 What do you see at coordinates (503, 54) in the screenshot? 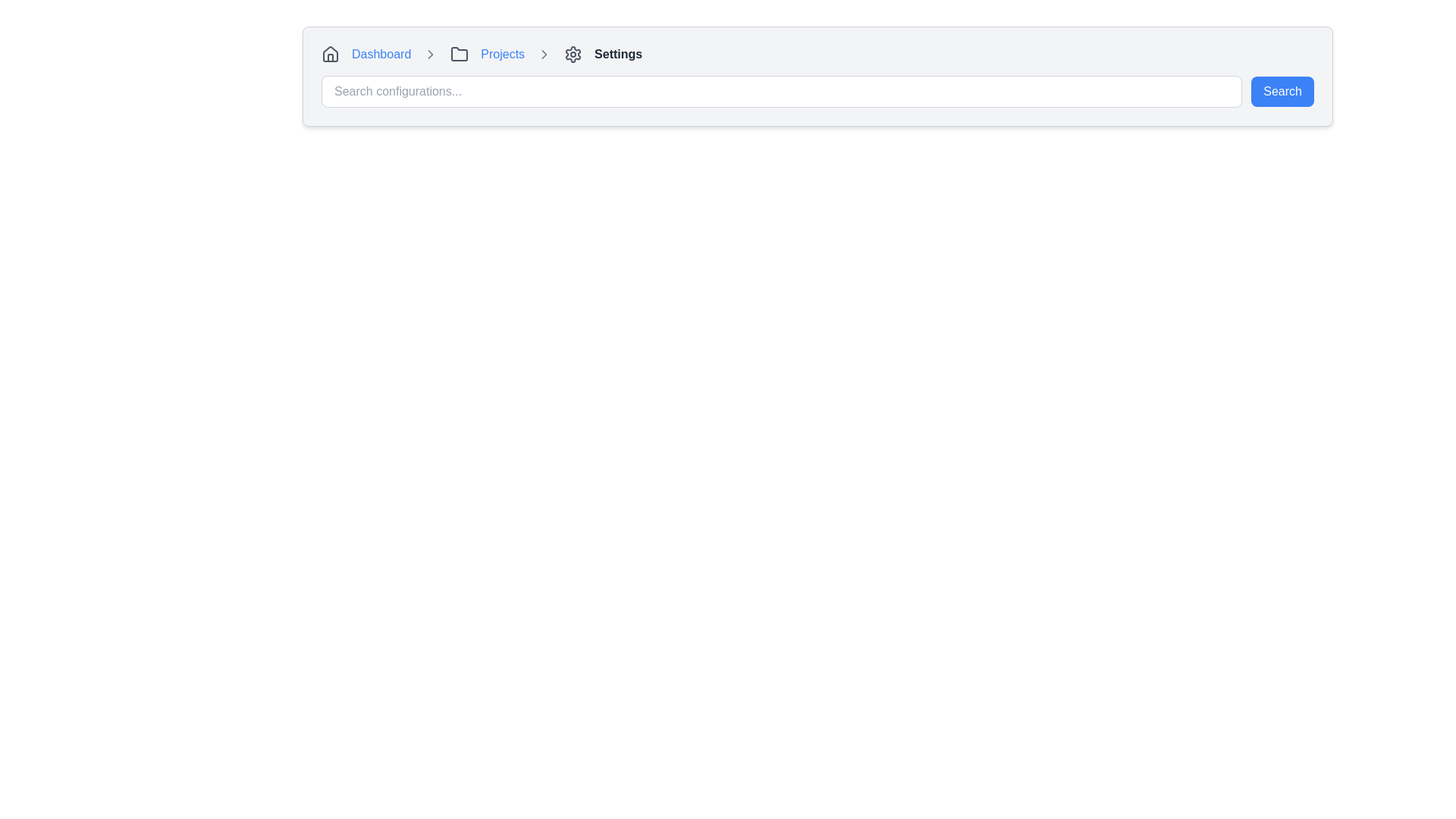
I see `the third interactive text link in the horizontal breadcrumb navigation bar, which serves as a hyperlink to the 'Projects' section of the application` at bounding box center [503, 54].